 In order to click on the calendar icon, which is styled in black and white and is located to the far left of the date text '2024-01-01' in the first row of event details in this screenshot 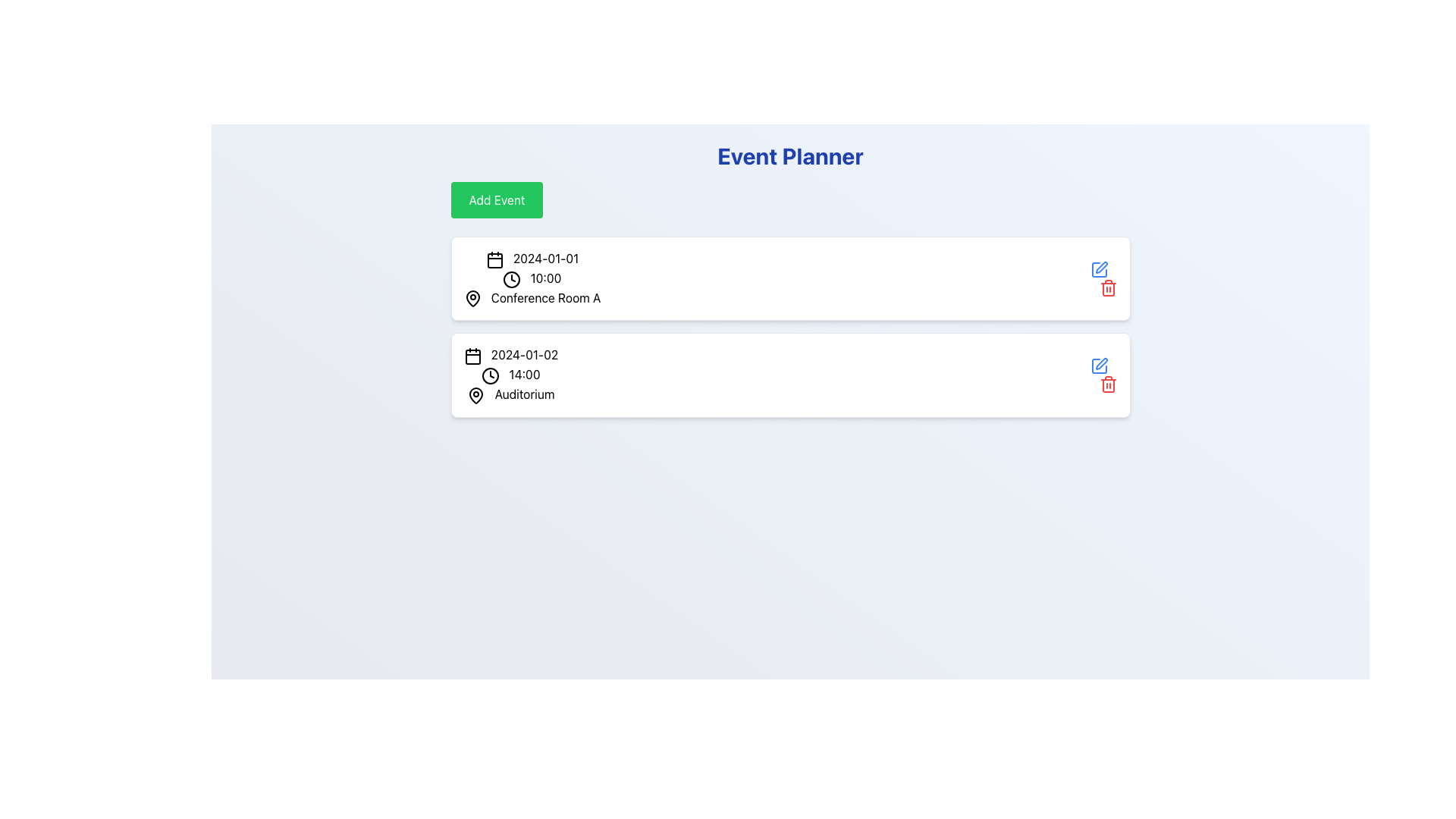, I will do `click(494, 259)`.